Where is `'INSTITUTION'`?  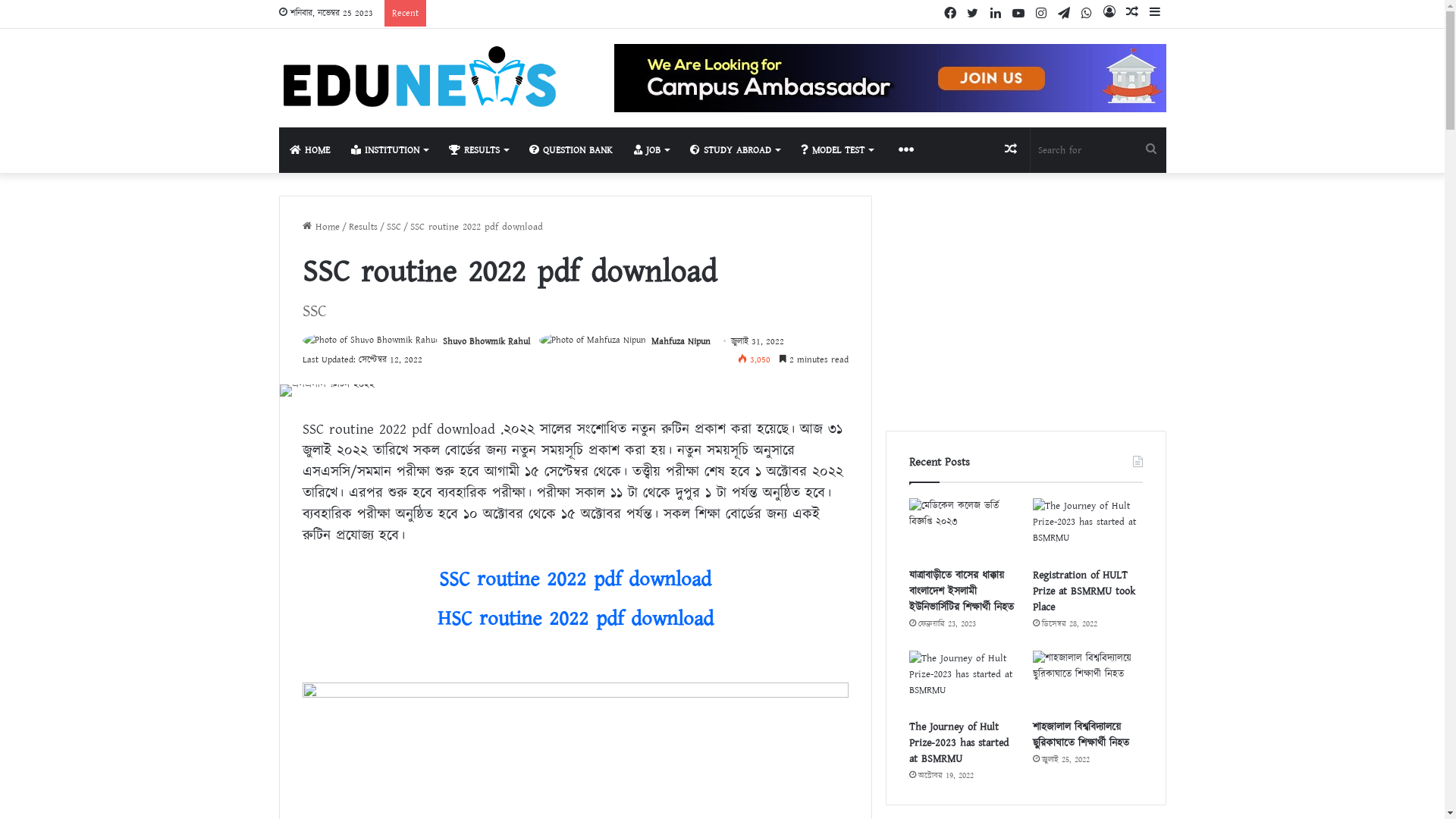 'INSTITUTION' is located at coordinates (388, 149).